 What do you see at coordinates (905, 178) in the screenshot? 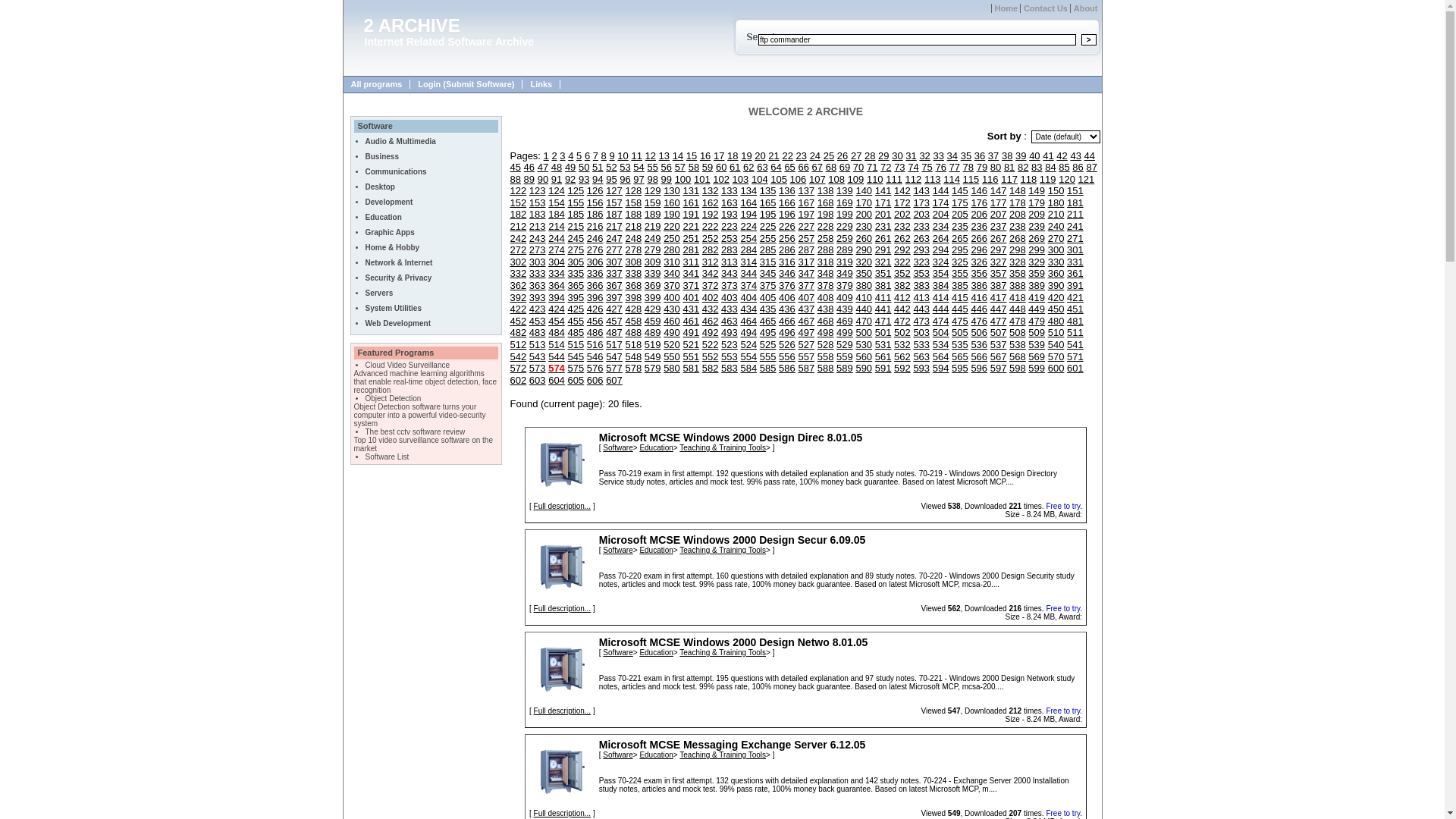
I see `'112'` at bounding box center [905, 178].